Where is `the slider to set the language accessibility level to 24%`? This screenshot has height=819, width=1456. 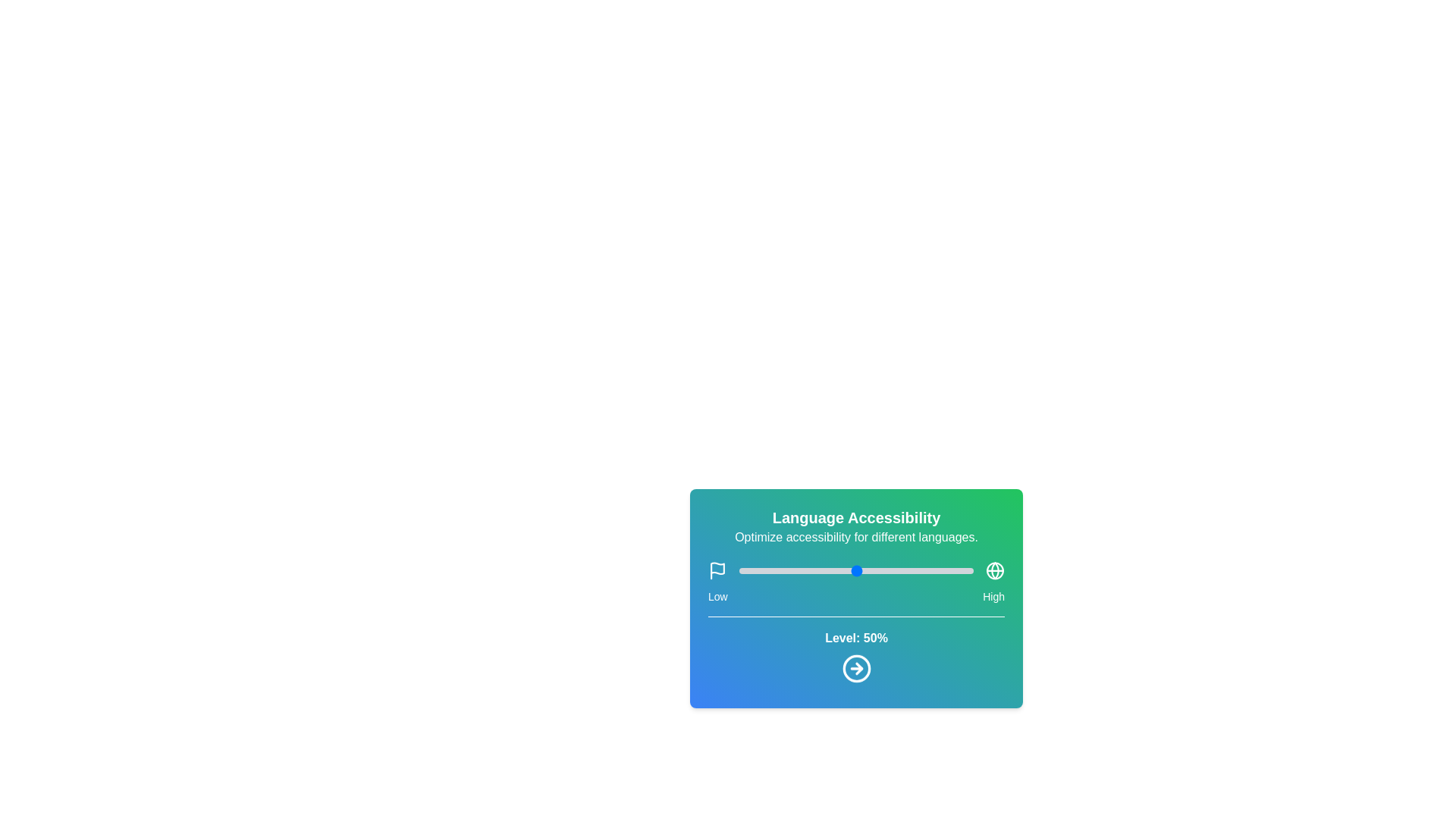
the slider to set the language accessibility level to 24% is located at coordinates (795, 570).